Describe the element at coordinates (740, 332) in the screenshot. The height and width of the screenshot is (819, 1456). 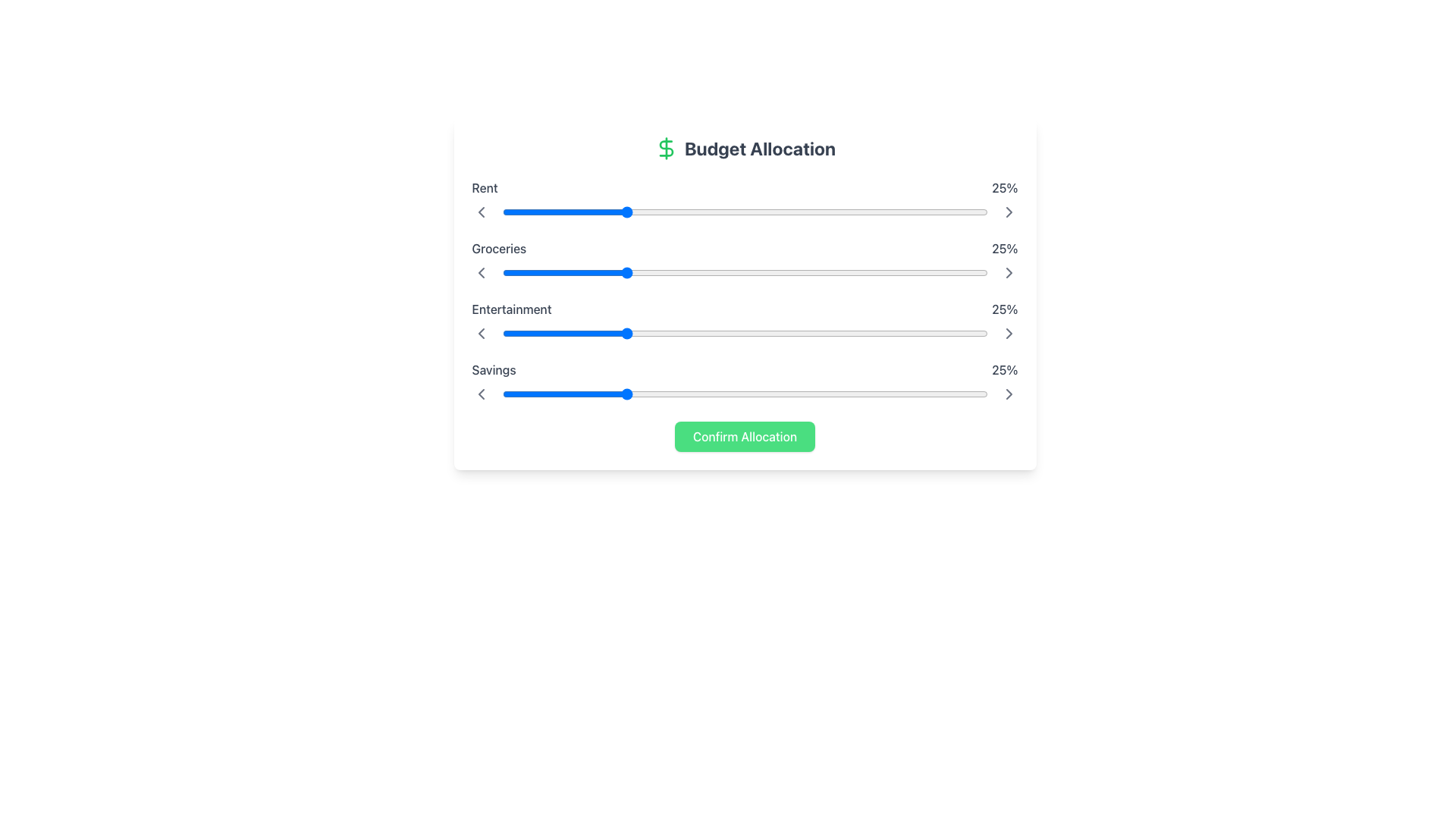
I see `the slider for 'Entertainment'` at that location.